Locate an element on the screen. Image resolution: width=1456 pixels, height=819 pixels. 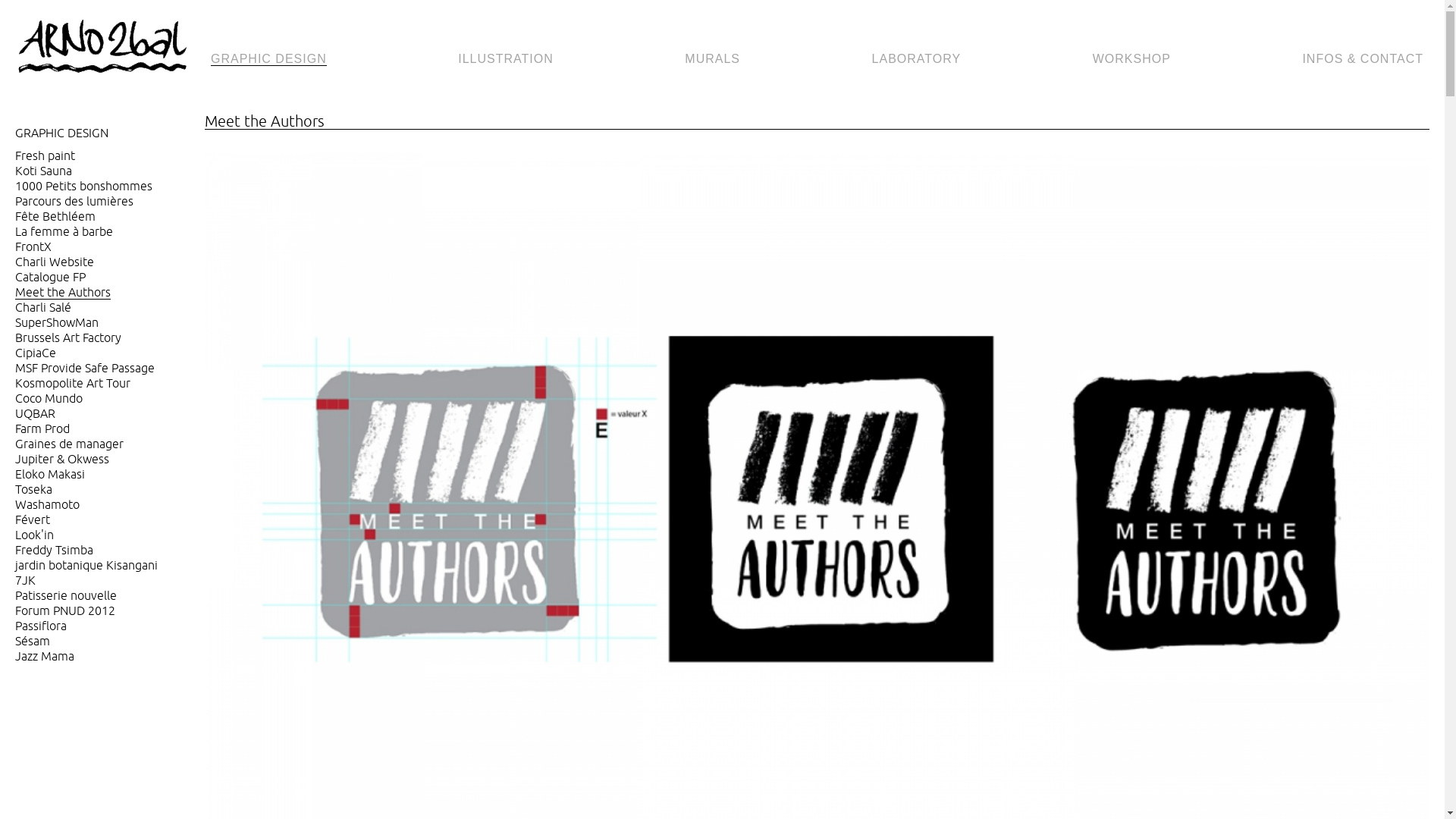
'Coco Mundo' is located at coordinates (14, 397).